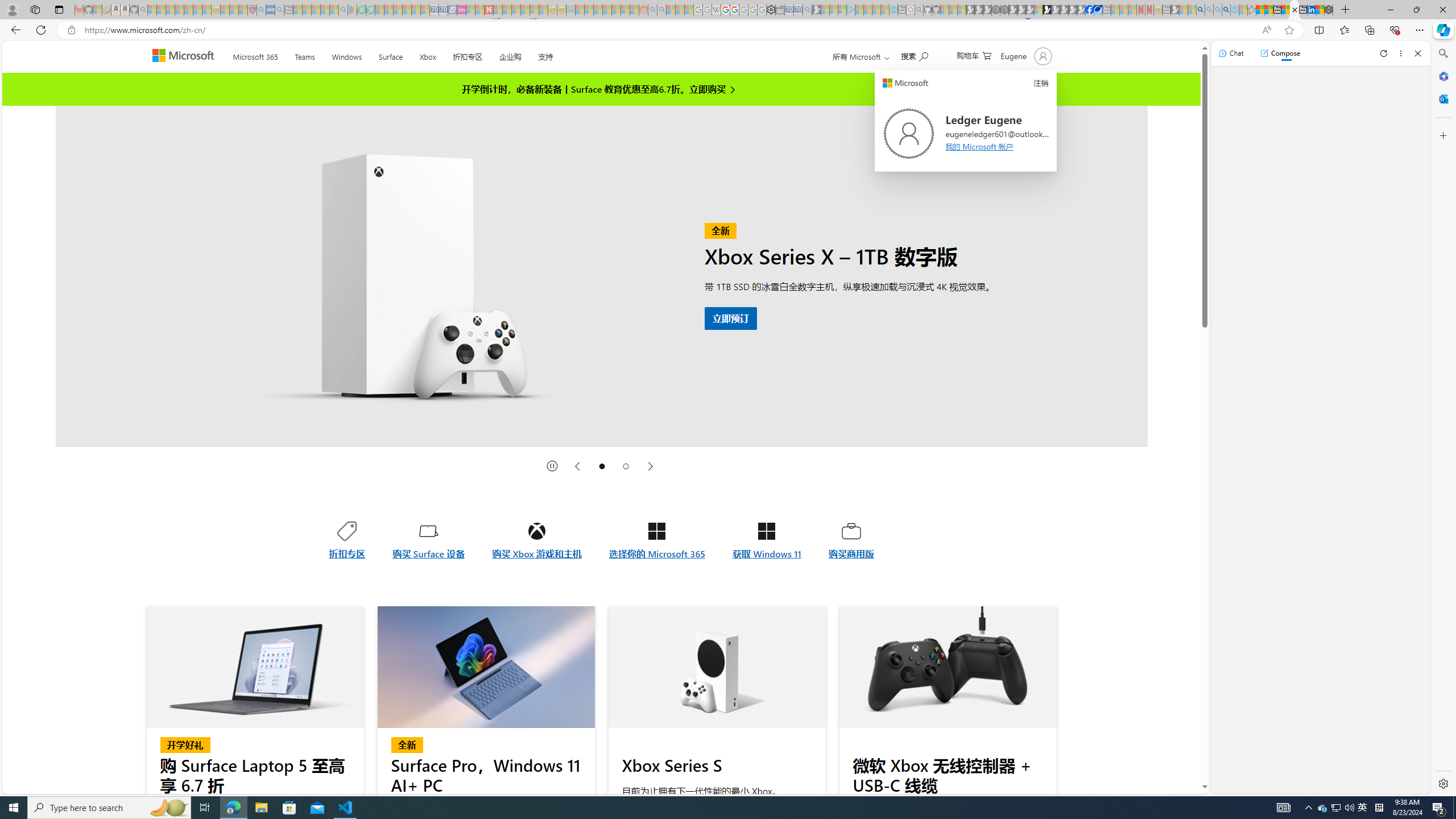  Describe the element at coordinates (304, 54) in the screenshot. I see `'Teams'` at that location.